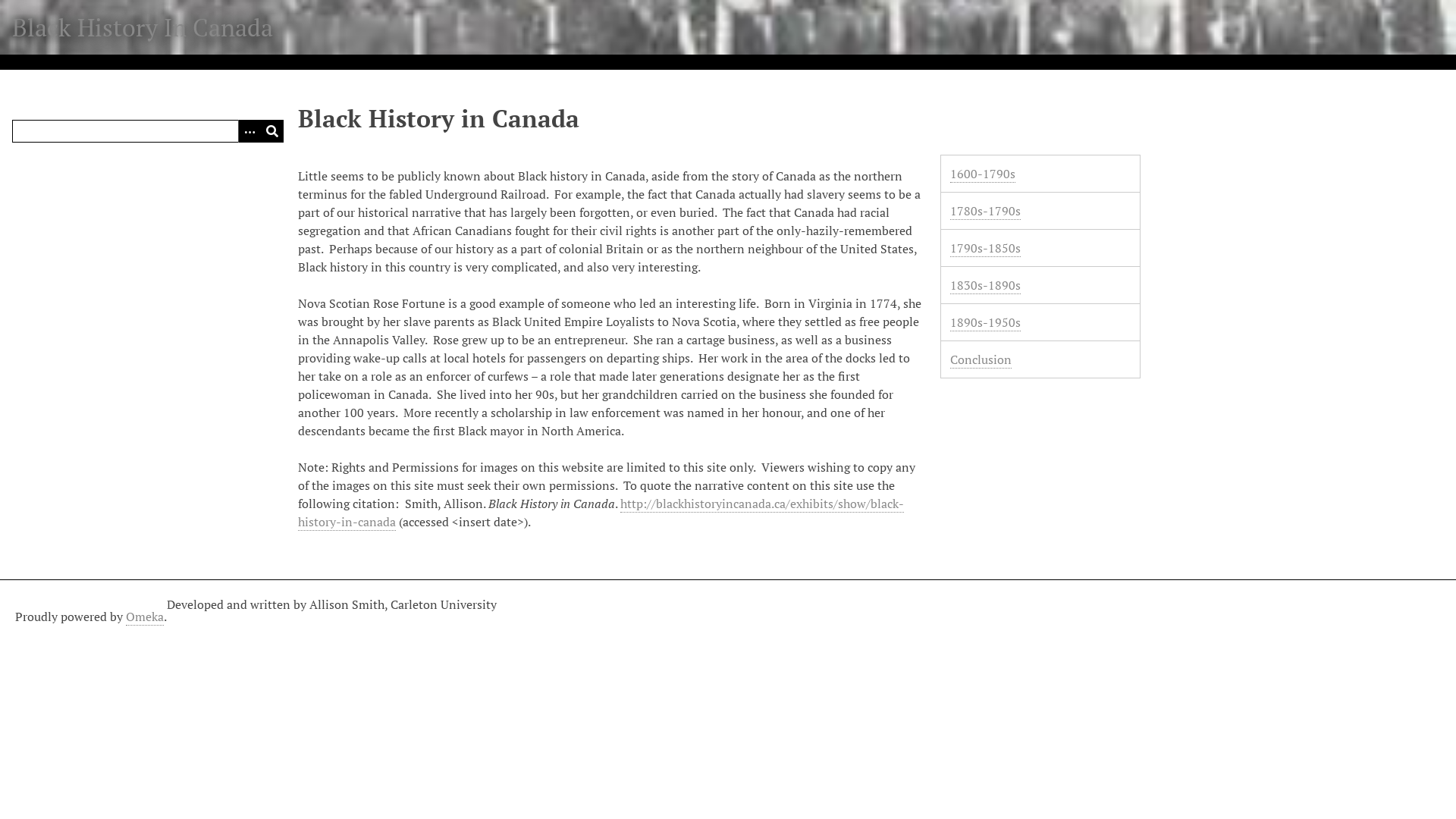 This screenshot has height=819, width=1456. Describe the element at coordinates (985, 211) in the screenshot. I see `'1780s-1790s'` at that location.